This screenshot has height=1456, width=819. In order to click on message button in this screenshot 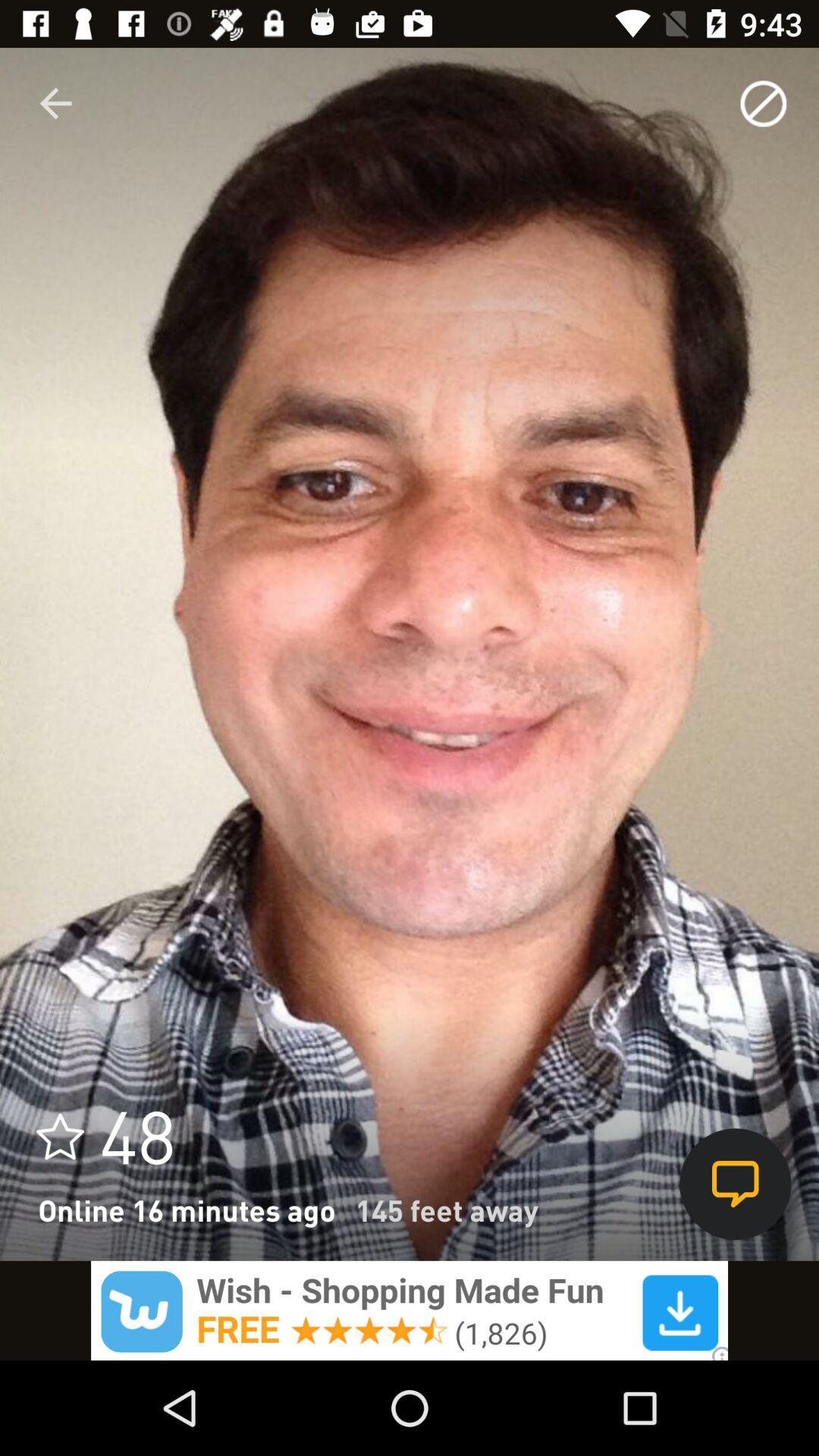, I will do `click(734, 1183)`.